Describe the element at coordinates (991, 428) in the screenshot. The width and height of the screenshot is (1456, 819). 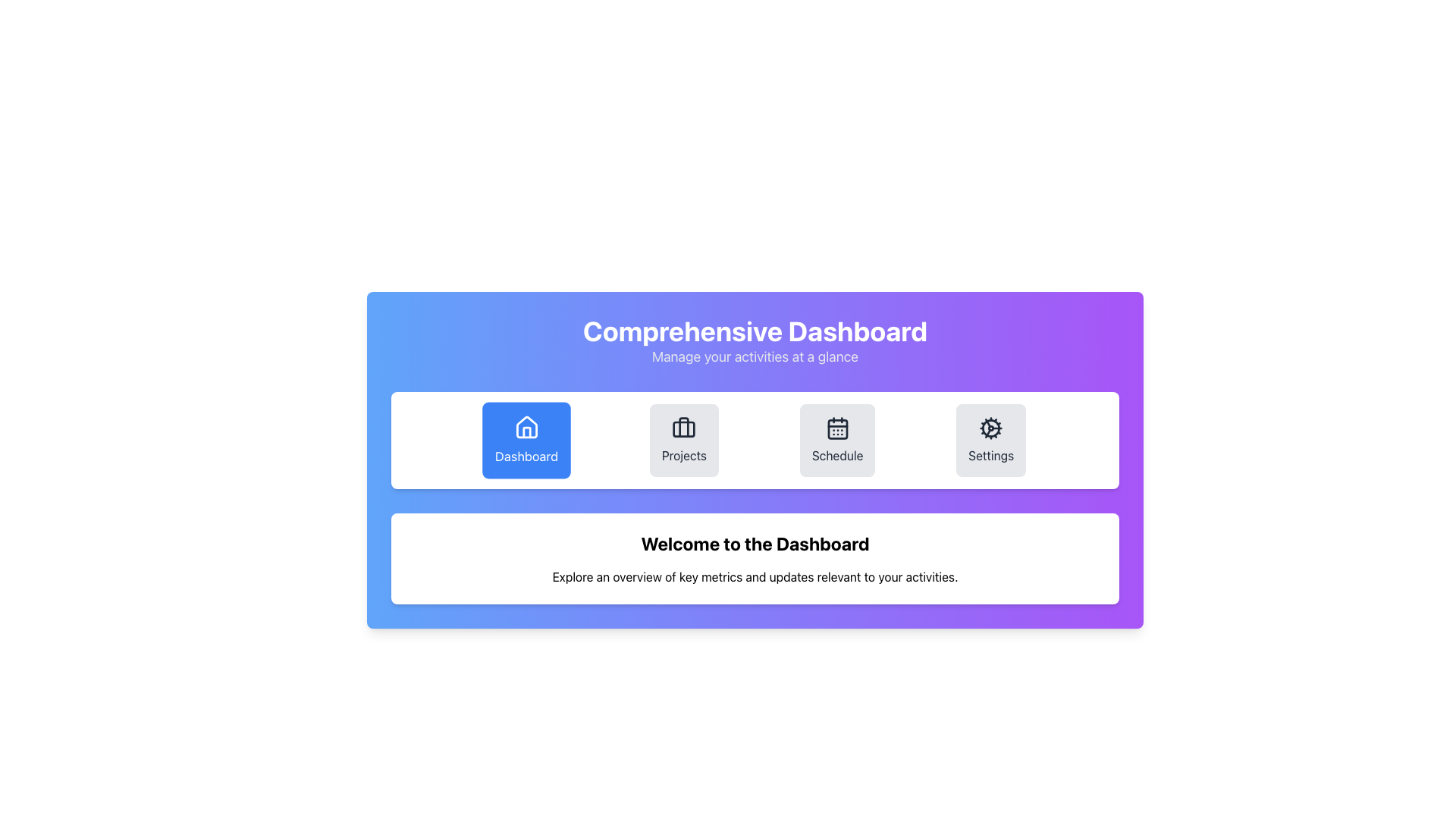
I see `the cog-shaped 'Settings' icon located at the top right of the primary navigation section` at that location.